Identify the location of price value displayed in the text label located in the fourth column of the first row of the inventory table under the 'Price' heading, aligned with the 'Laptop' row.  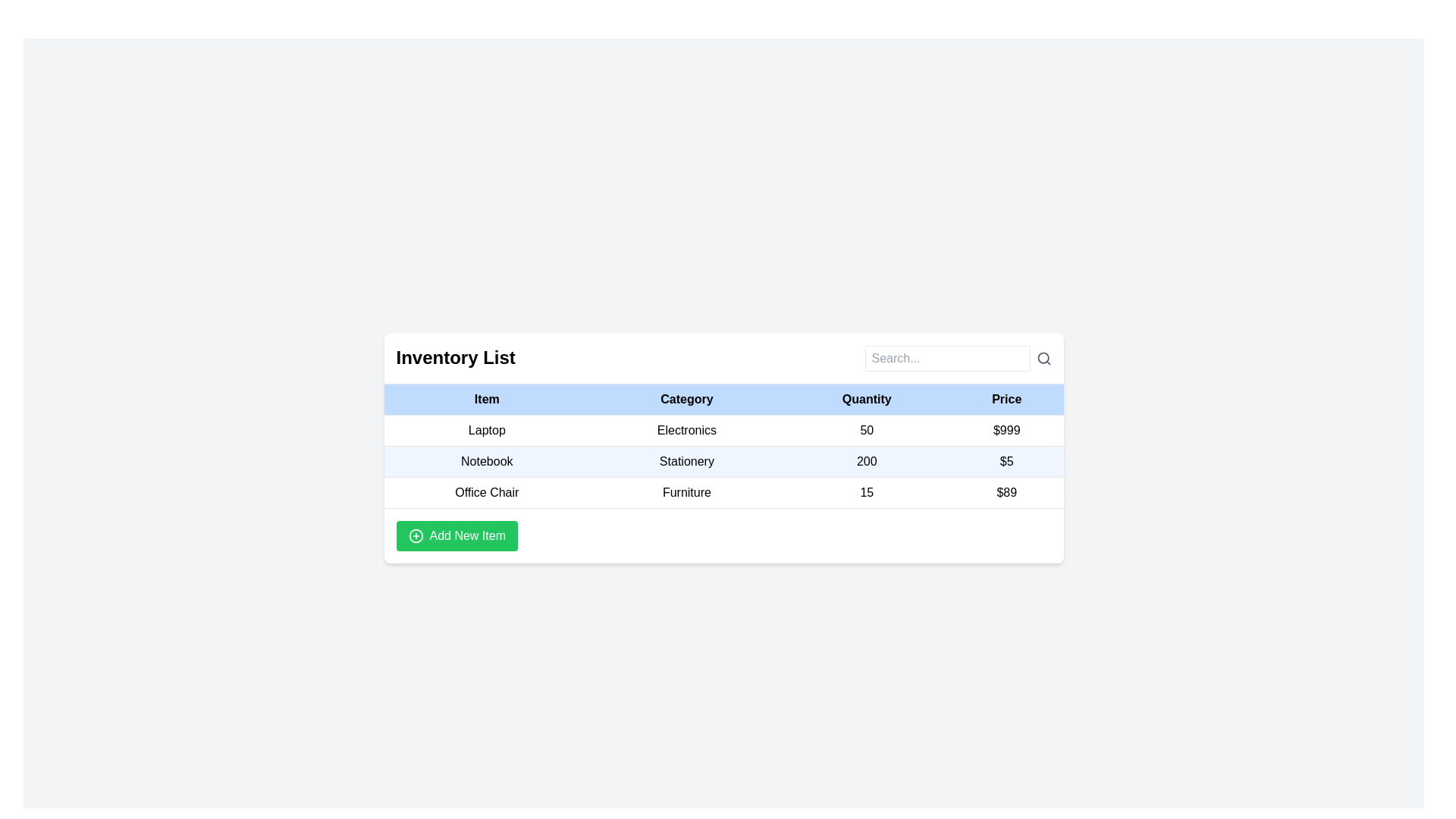
(1006, 430).